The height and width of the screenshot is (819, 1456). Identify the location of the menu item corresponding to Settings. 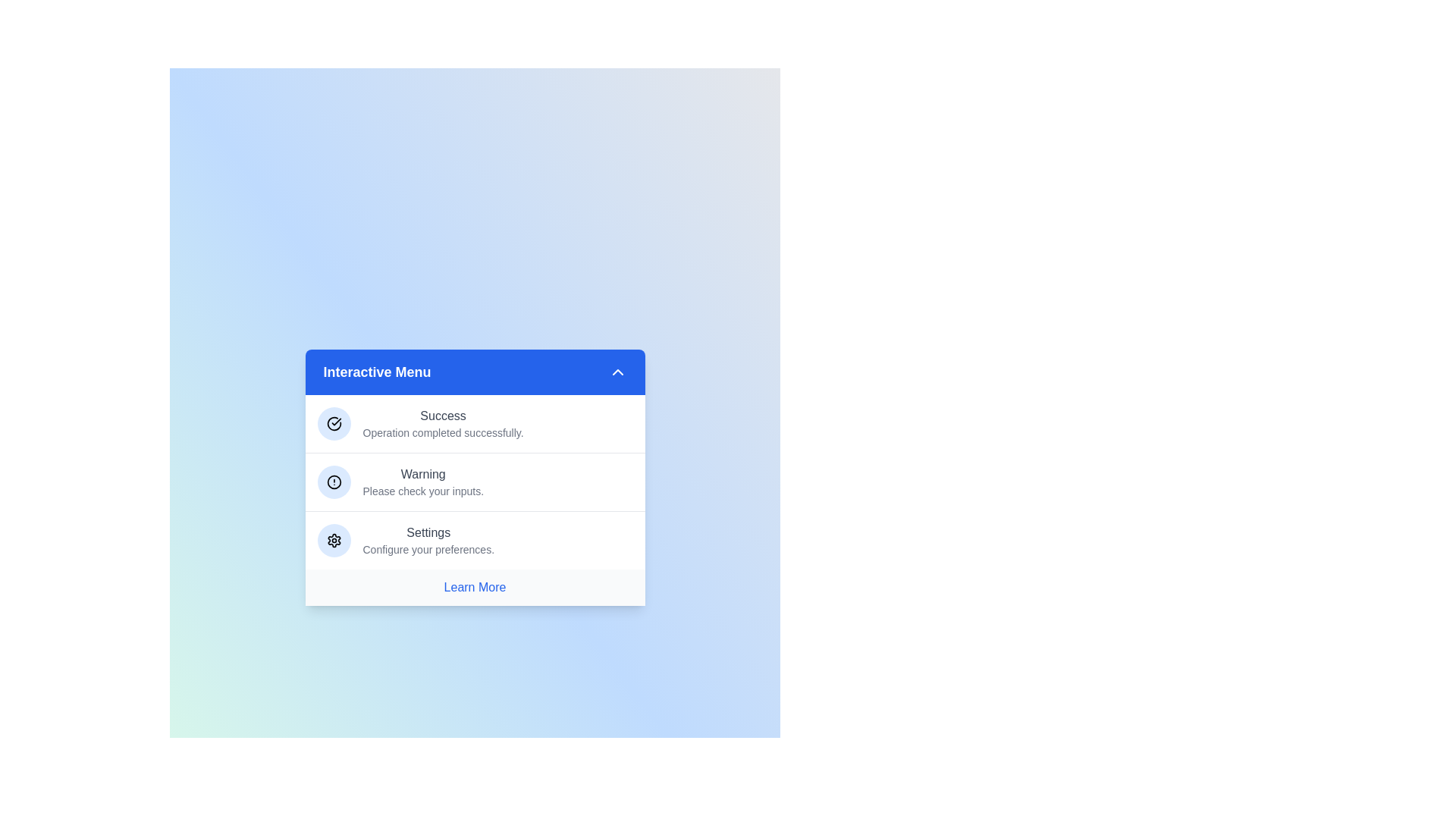
(474, 539).